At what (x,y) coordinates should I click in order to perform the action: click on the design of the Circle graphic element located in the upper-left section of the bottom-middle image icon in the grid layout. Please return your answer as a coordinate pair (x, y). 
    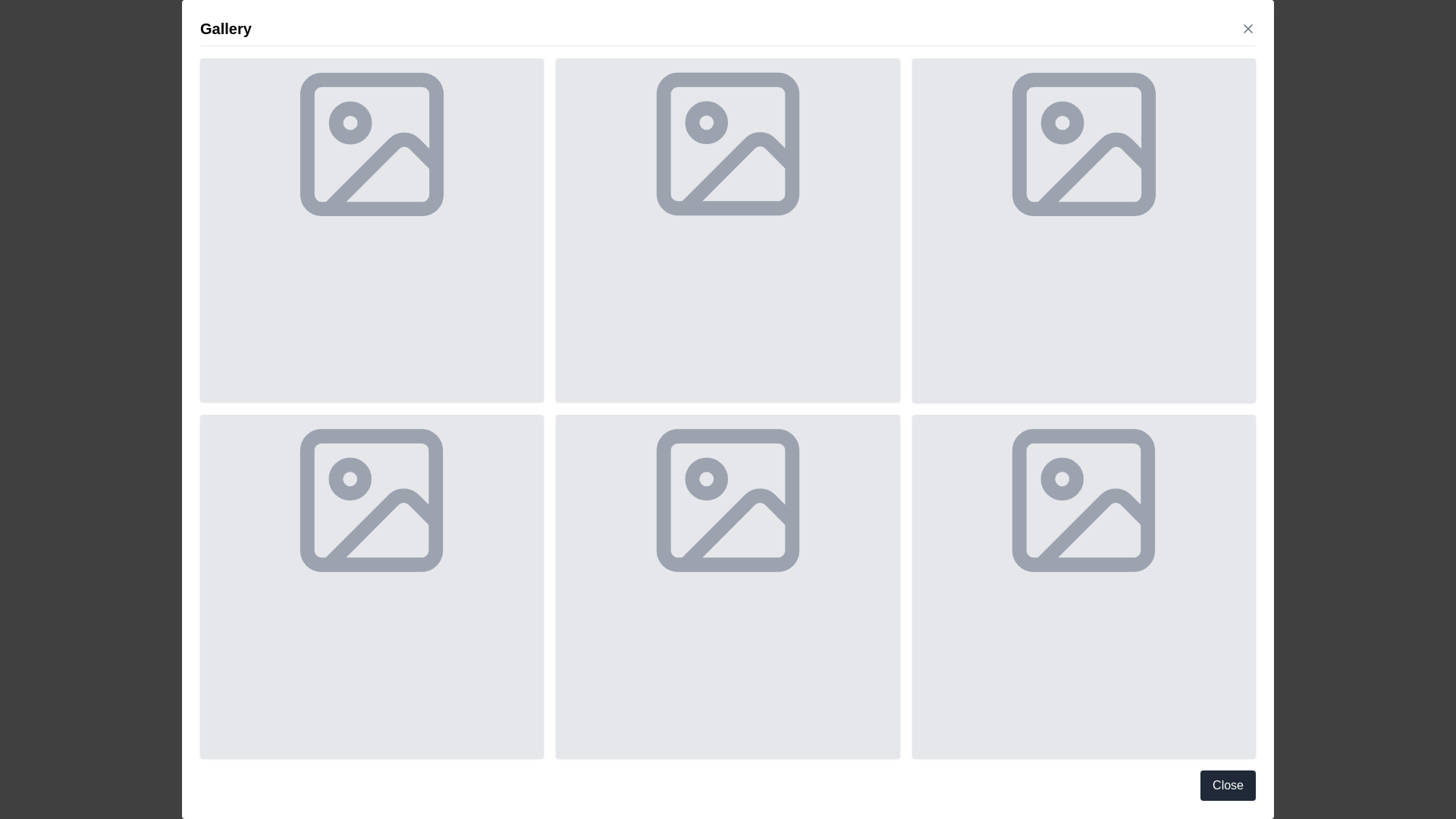
    Looking at the image, I should click on (705, 479).